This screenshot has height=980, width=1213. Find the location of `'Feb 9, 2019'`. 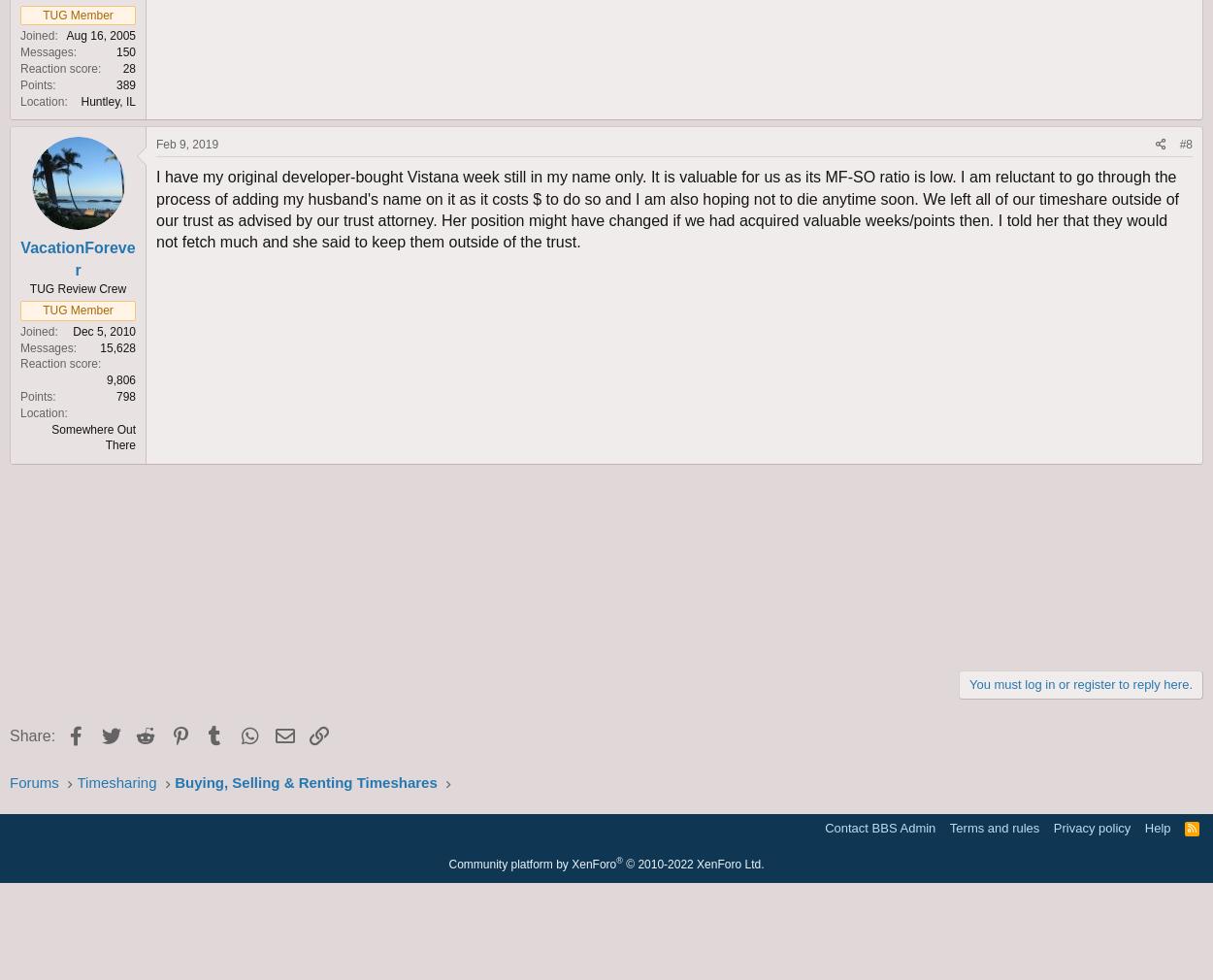

'Feb 9, 2019' is located at coordinates (156, 143).